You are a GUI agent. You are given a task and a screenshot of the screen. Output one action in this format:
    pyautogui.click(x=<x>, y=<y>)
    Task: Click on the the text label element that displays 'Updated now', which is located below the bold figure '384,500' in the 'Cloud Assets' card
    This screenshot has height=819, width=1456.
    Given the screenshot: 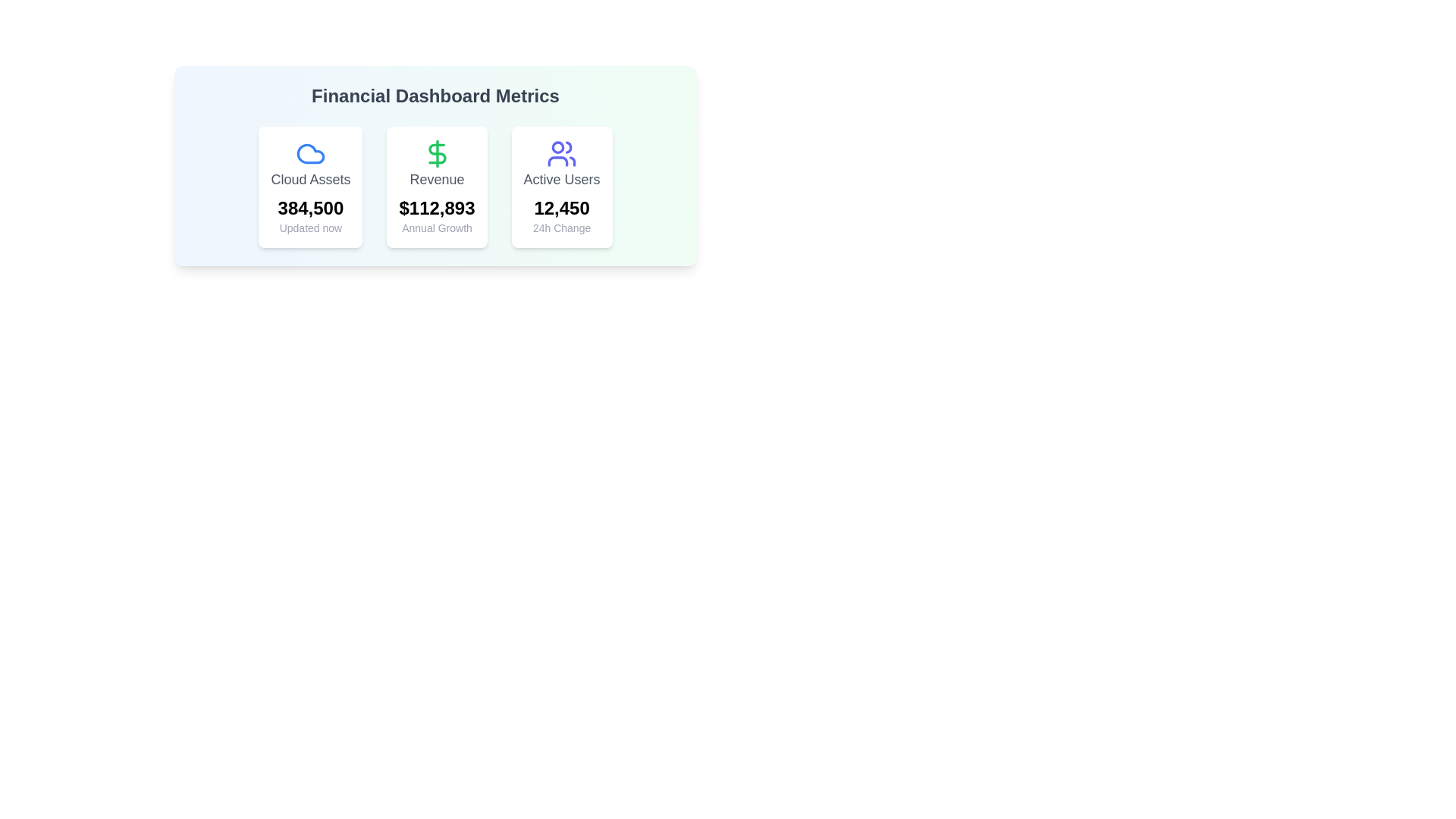 What is the action you would take?
    pyautogui.click(x=309, y=227)
    